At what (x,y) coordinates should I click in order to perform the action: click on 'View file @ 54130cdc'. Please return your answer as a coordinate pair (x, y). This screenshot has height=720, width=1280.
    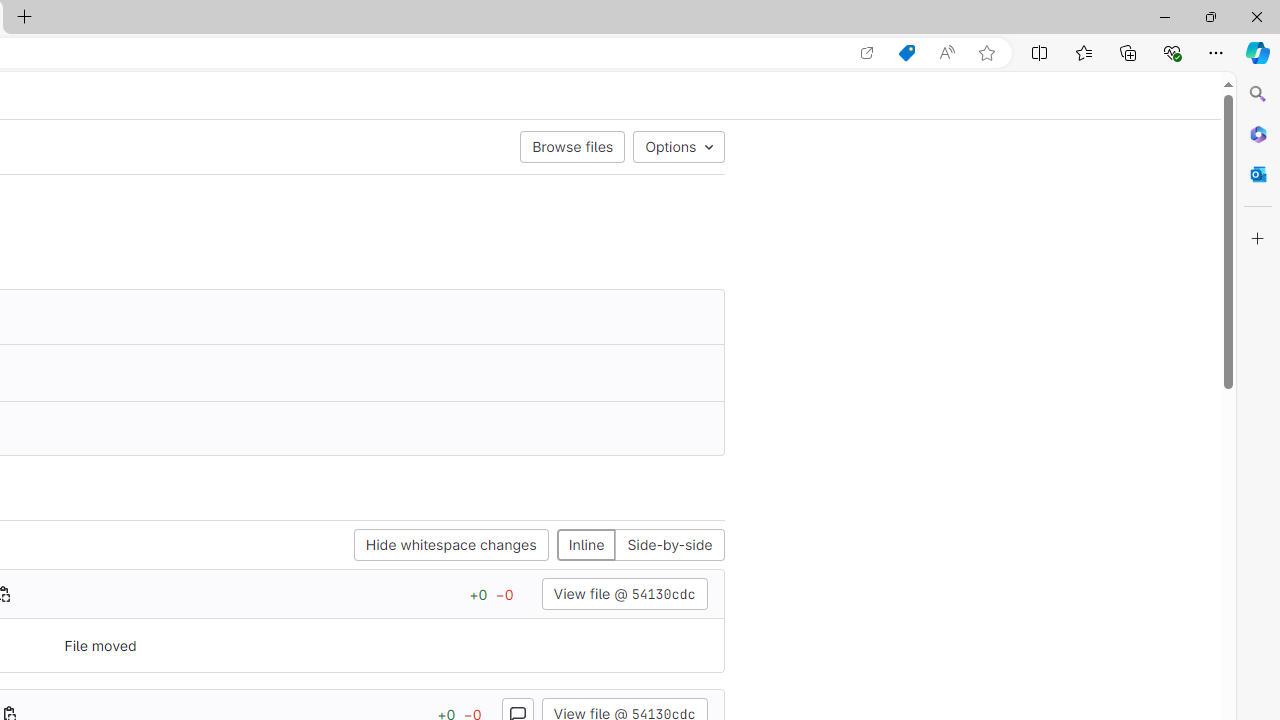
    Looking at the image, I should click on (623, 593).